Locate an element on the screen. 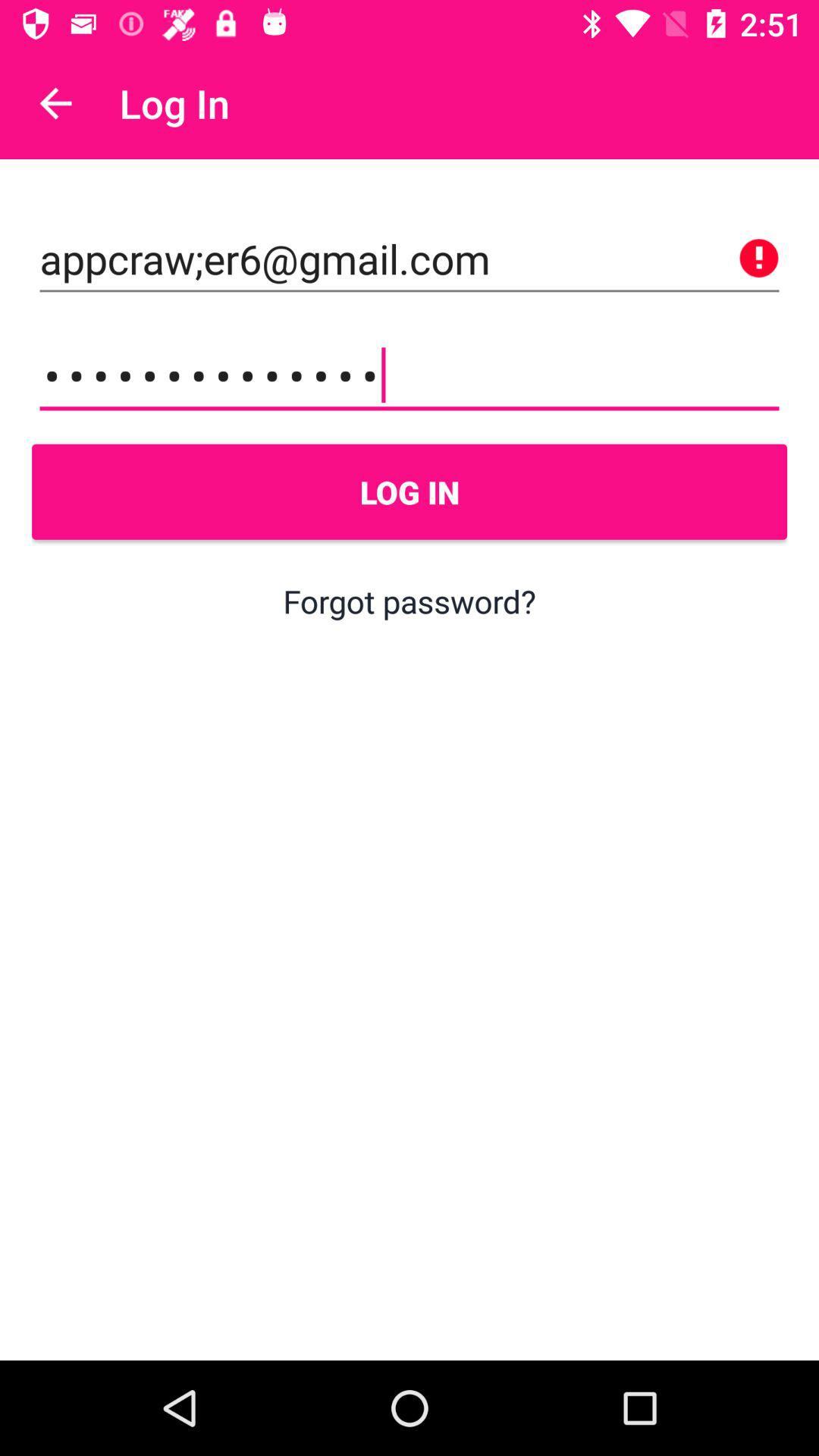 The height and width of the screenshot is (1456, 819). icon above the appcraw er6 gmail icon is located at coordinates (55, 102).